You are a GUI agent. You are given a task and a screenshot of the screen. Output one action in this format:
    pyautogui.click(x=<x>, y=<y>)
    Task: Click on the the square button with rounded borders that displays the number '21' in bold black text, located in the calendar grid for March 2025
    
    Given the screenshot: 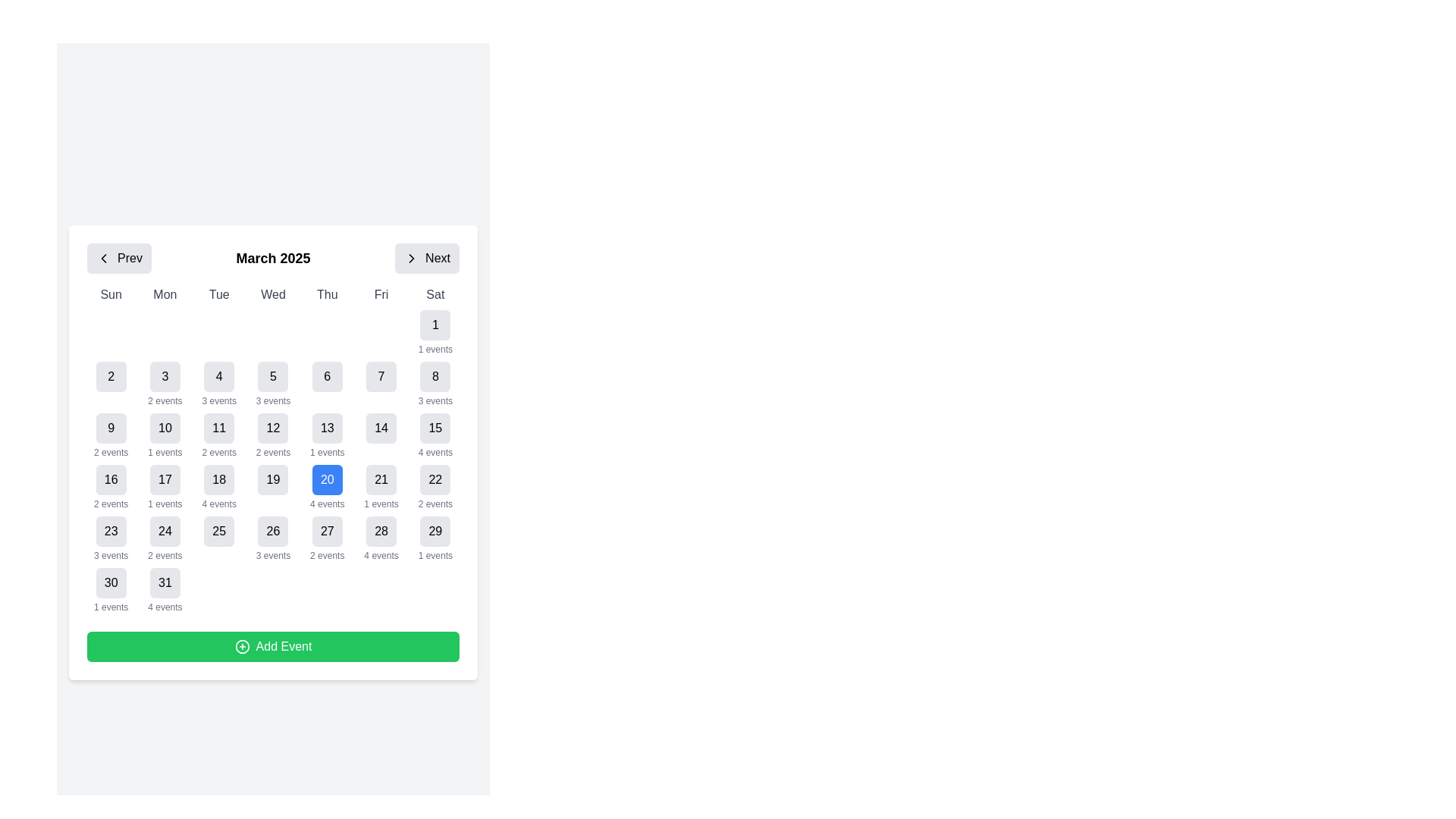 What is the action you would take?
    pyautogui.click(x=381, y=479)
    